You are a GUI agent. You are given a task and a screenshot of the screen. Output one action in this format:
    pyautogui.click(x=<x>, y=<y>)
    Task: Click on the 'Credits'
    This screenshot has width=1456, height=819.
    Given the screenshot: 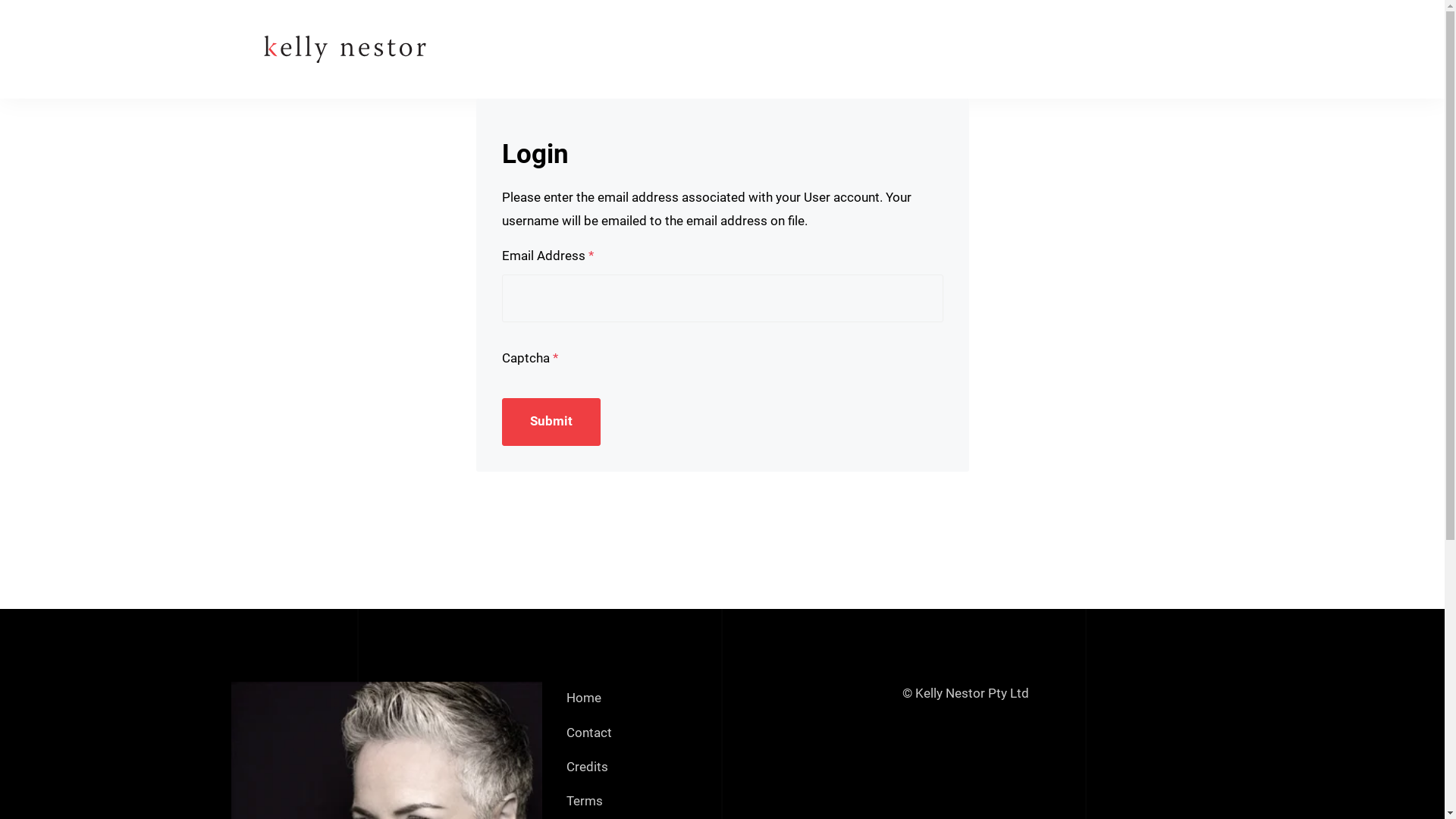 What is the action you would take?
    pyautogui.click(x=586, y=767)
    